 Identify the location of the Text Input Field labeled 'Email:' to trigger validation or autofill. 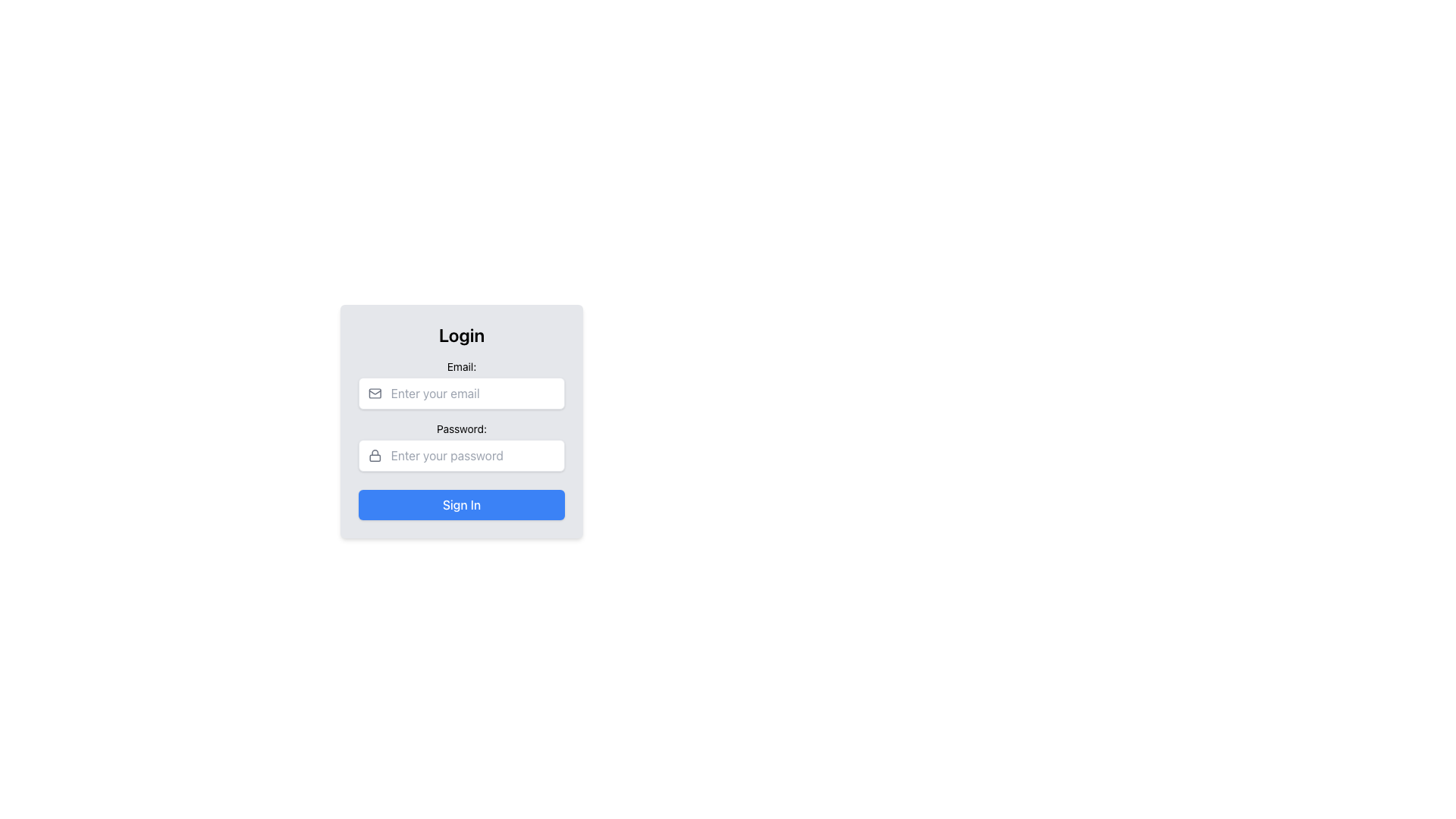
(461, 383).